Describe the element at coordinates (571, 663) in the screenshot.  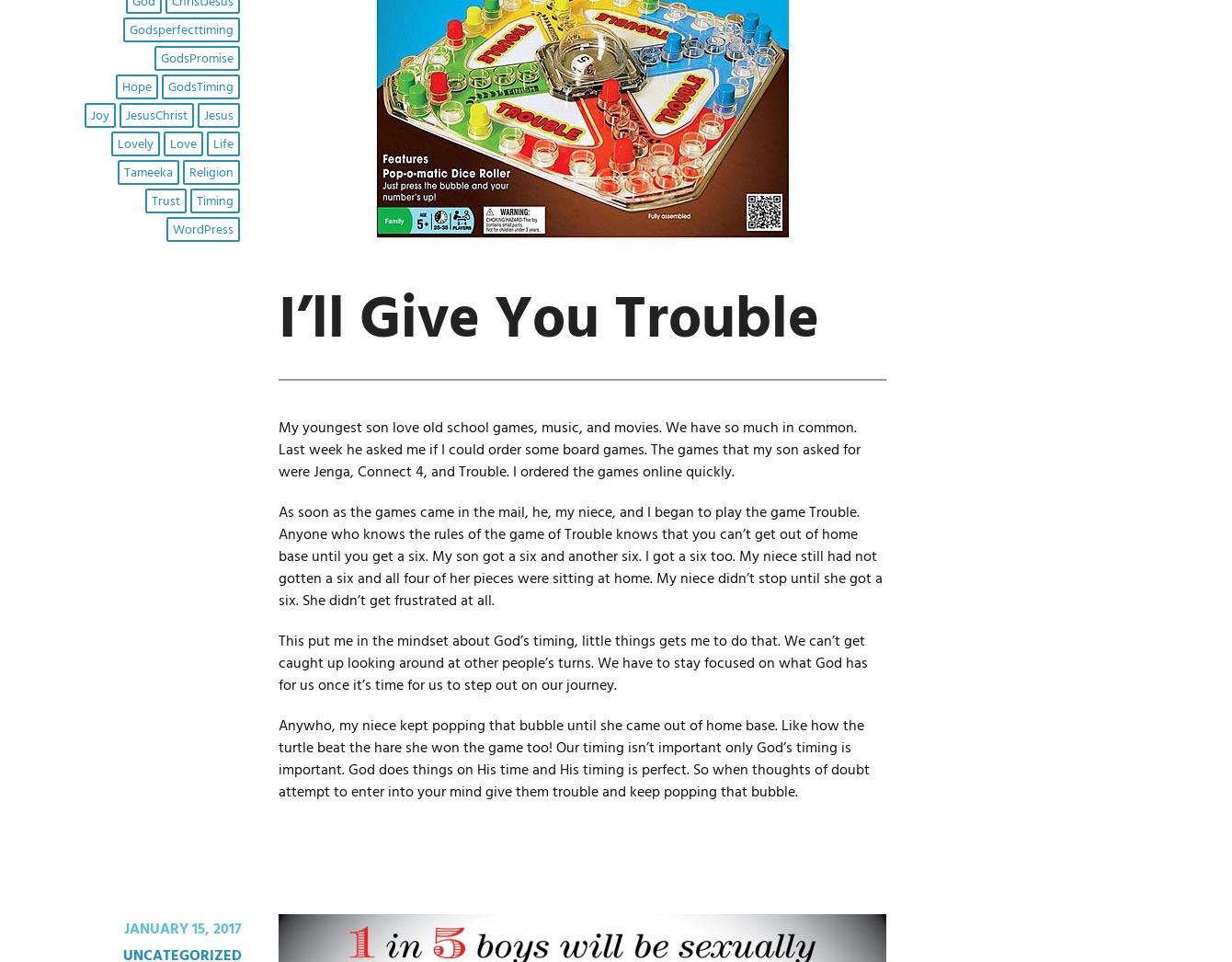
I see `'This put me in the mindset about God’s timing, little things gets me to do that. We can’t get caught up looking around at other people’s turns. We have to stay focused on what God has for us once it’s time for us to step out on our journey.'` at that location.